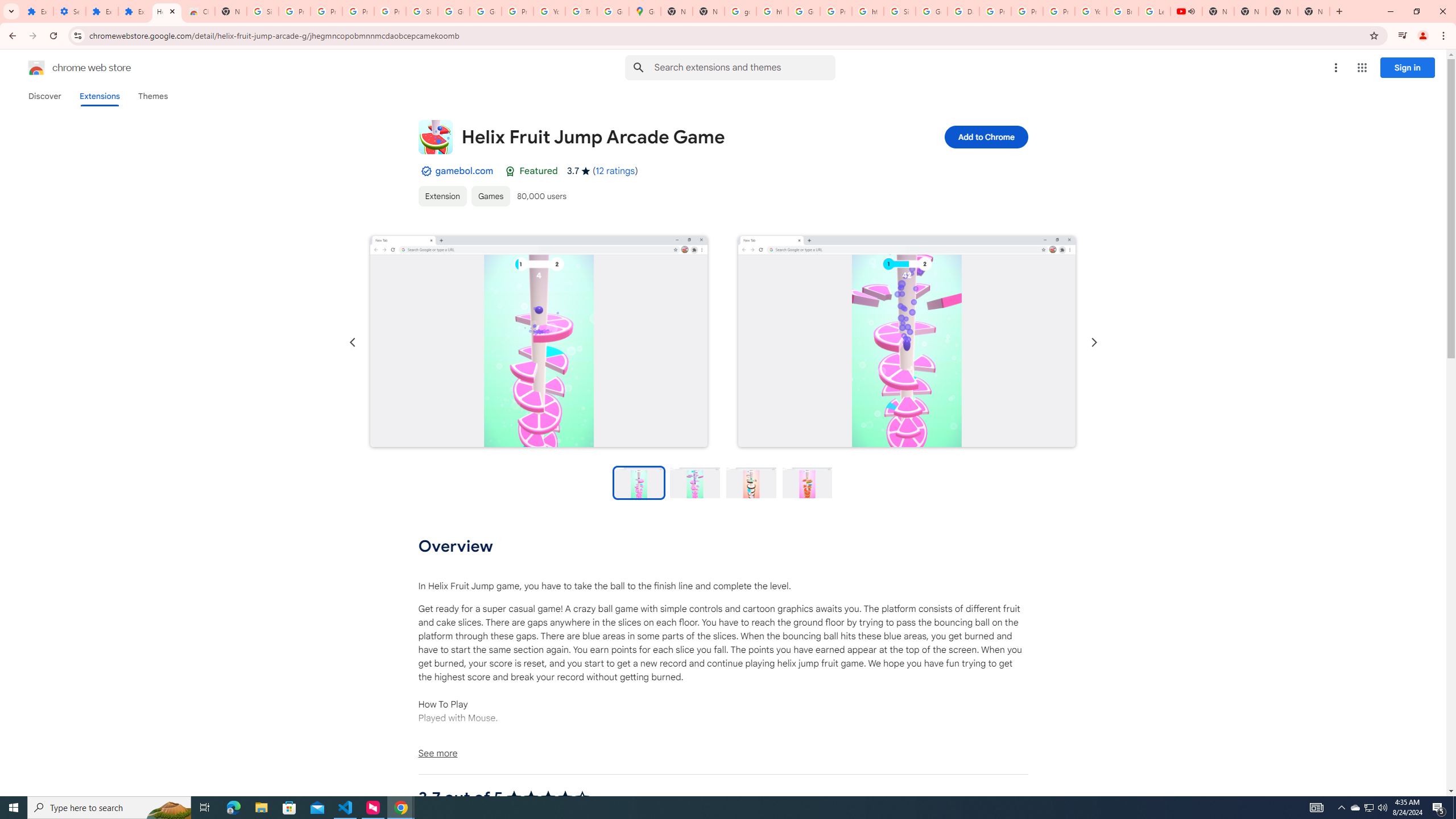 Image resolution: width=1456 pixels, height=819 pixels. I want to click on 'Games', so click(490, 196).